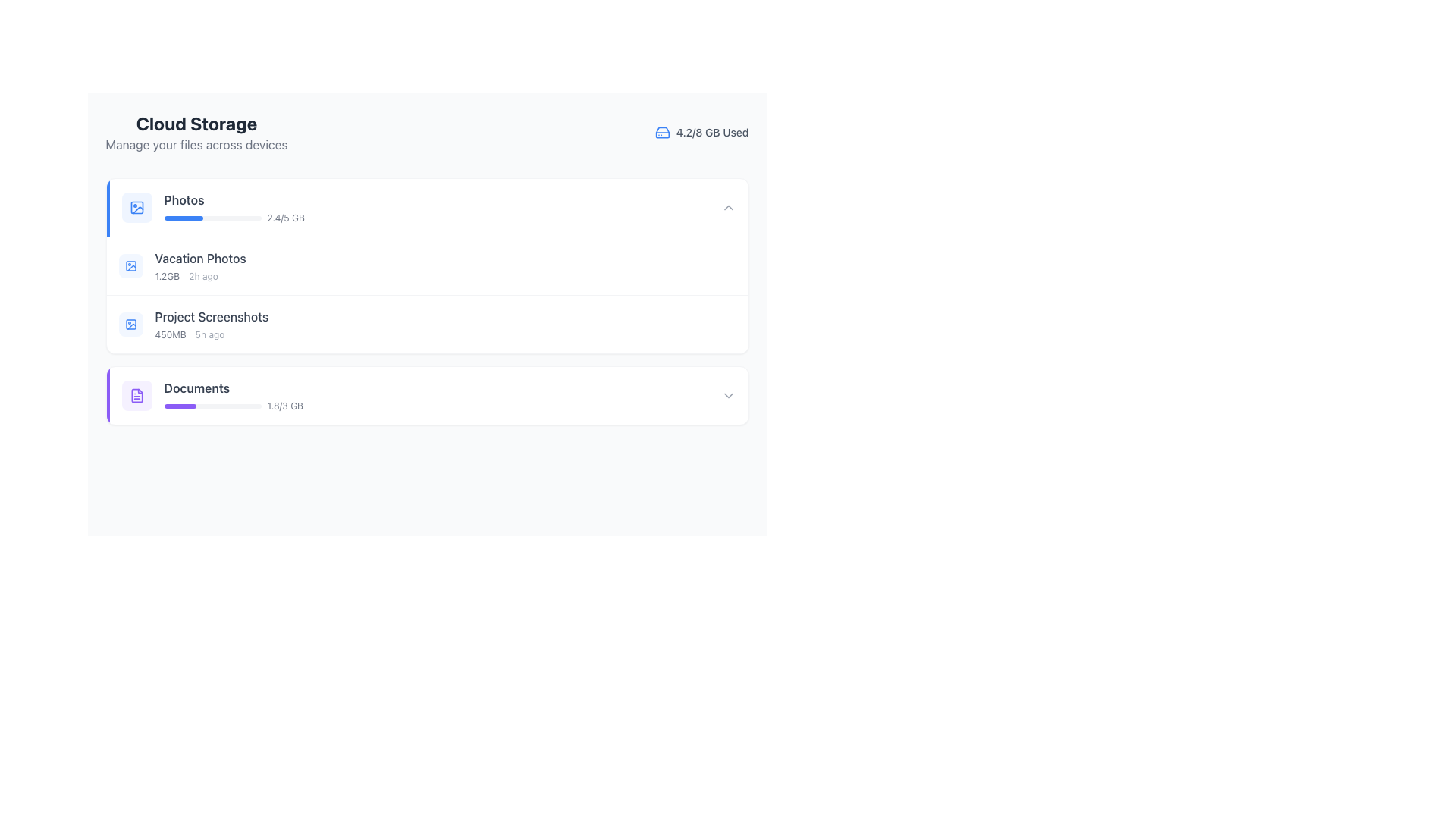 Image resolution: width=1456 pixels, height=819 pixels. I want to click on the 'Project Screenshots' icon located to the left of the text in the third row of the 'Cloud Storage' list interface, so click(130, 324).